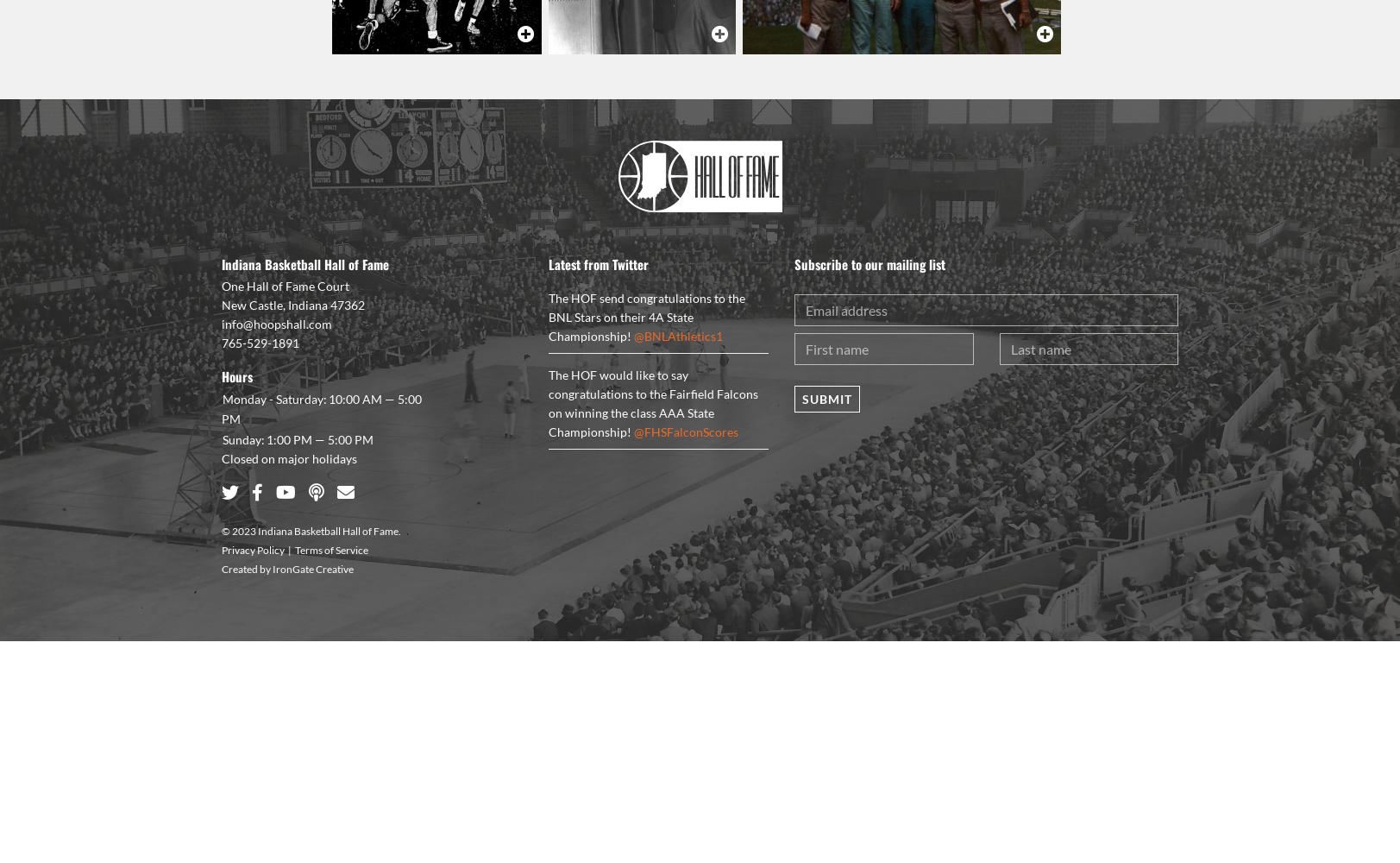 The width and height of the screenshot is (1400, 863). What do you see at coordinates (319, 438) in the screenshot?
I see `'1:00 PM — 5:00 PM'` at bounding box center [319, 438].